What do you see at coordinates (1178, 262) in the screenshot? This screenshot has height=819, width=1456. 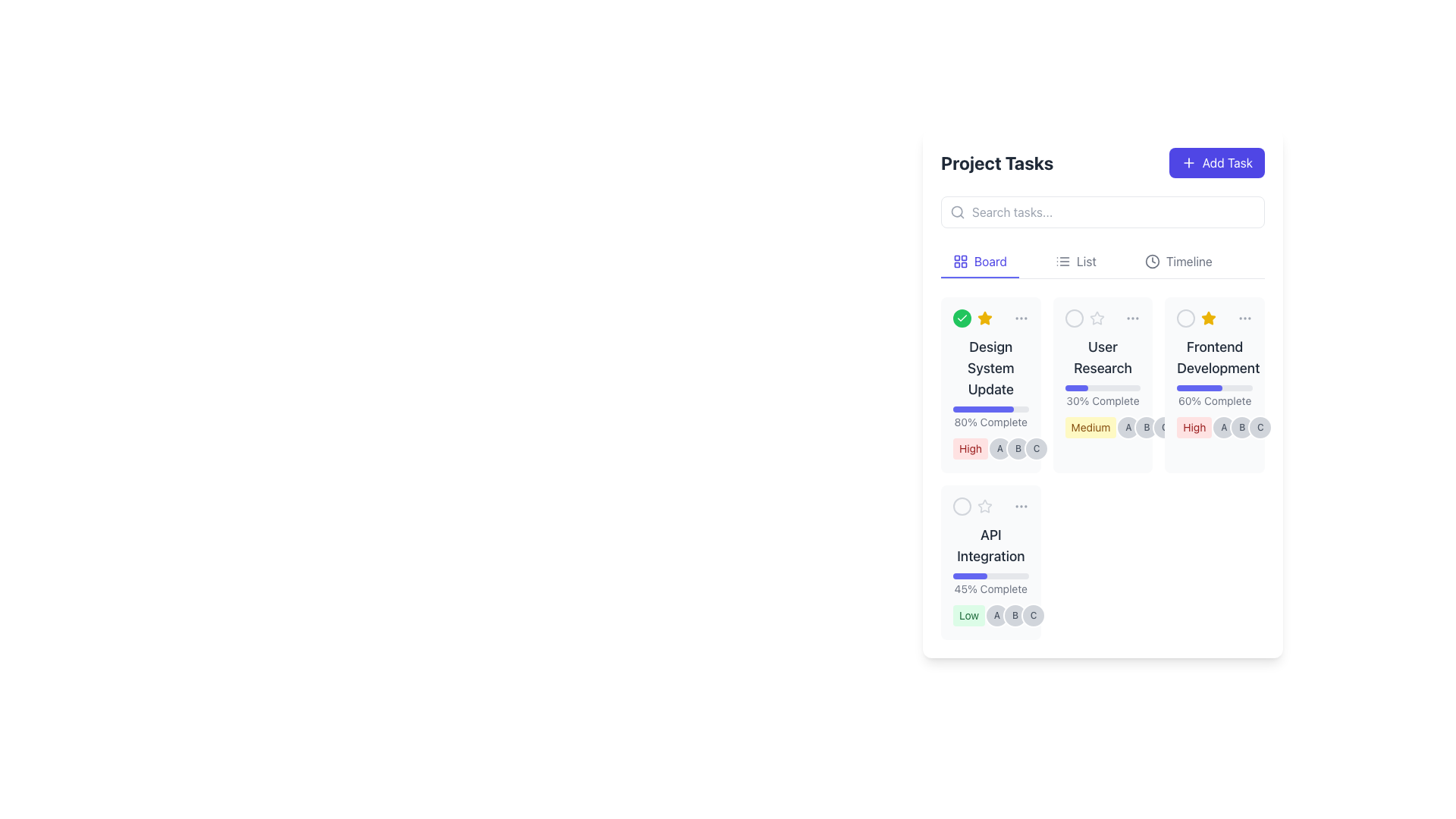 I see `the 'Timeline' tab in the navigation bar within the 'Project Tasks' section` at bounding box center [1178, 262].